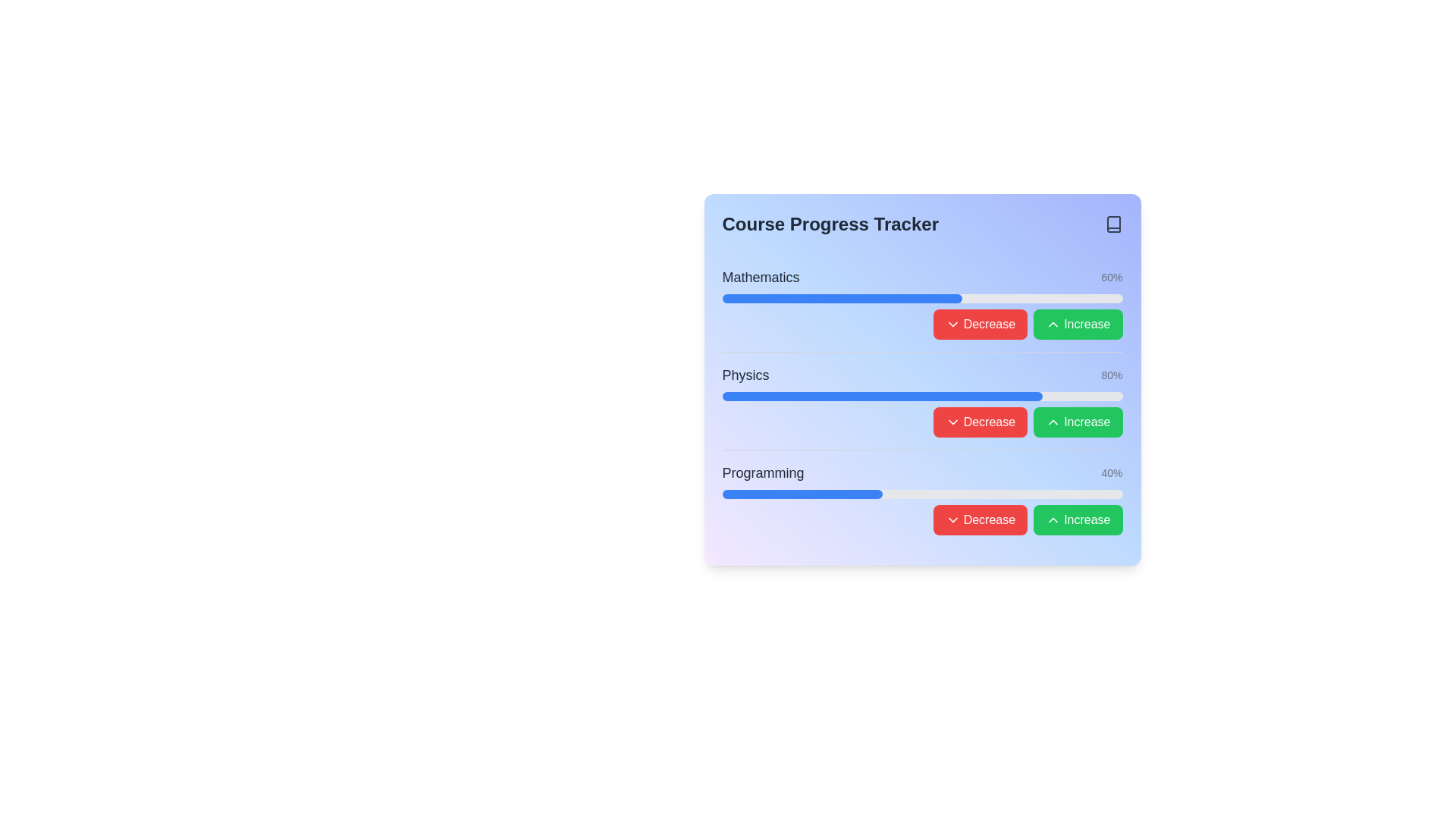 This screenshot has width=1456, height=819. What do you see at coordinates (980, 519) in the screenshot?
I see `the first button on the right of the progress bar labeled 'Programming' to decrease the progress` at bounding box center [980, 519].